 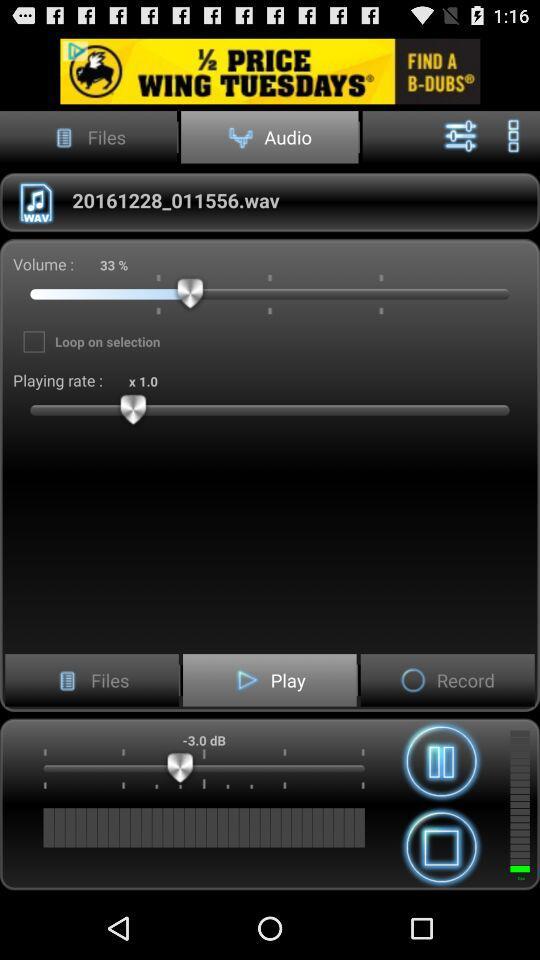 I want to click on the sliders icon, so click(x=461, y=144).